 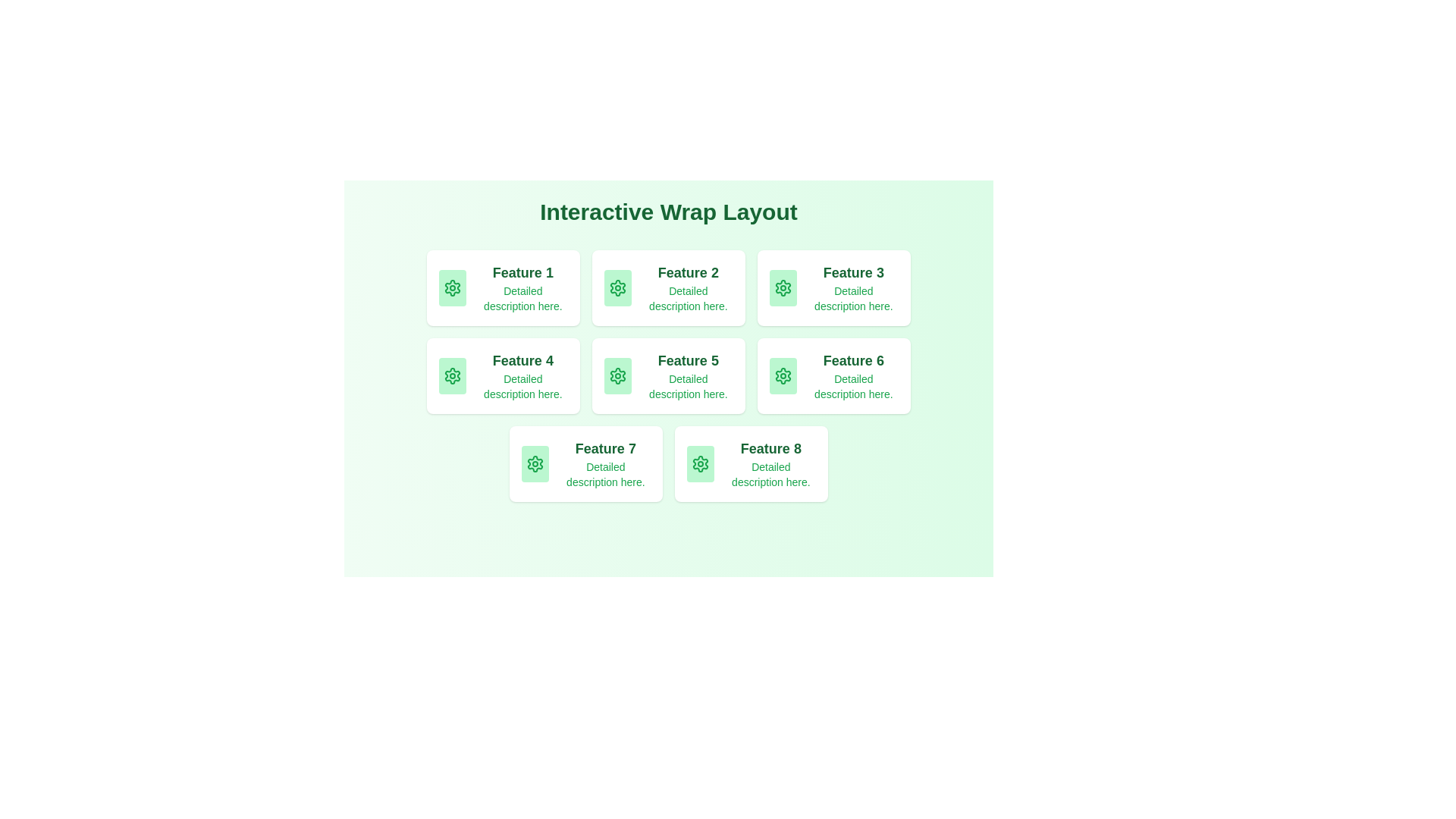 I want to click on the text label providing supplementary information for the 'Feature 7' title to check for hover effects, so click(x=604, y=473).